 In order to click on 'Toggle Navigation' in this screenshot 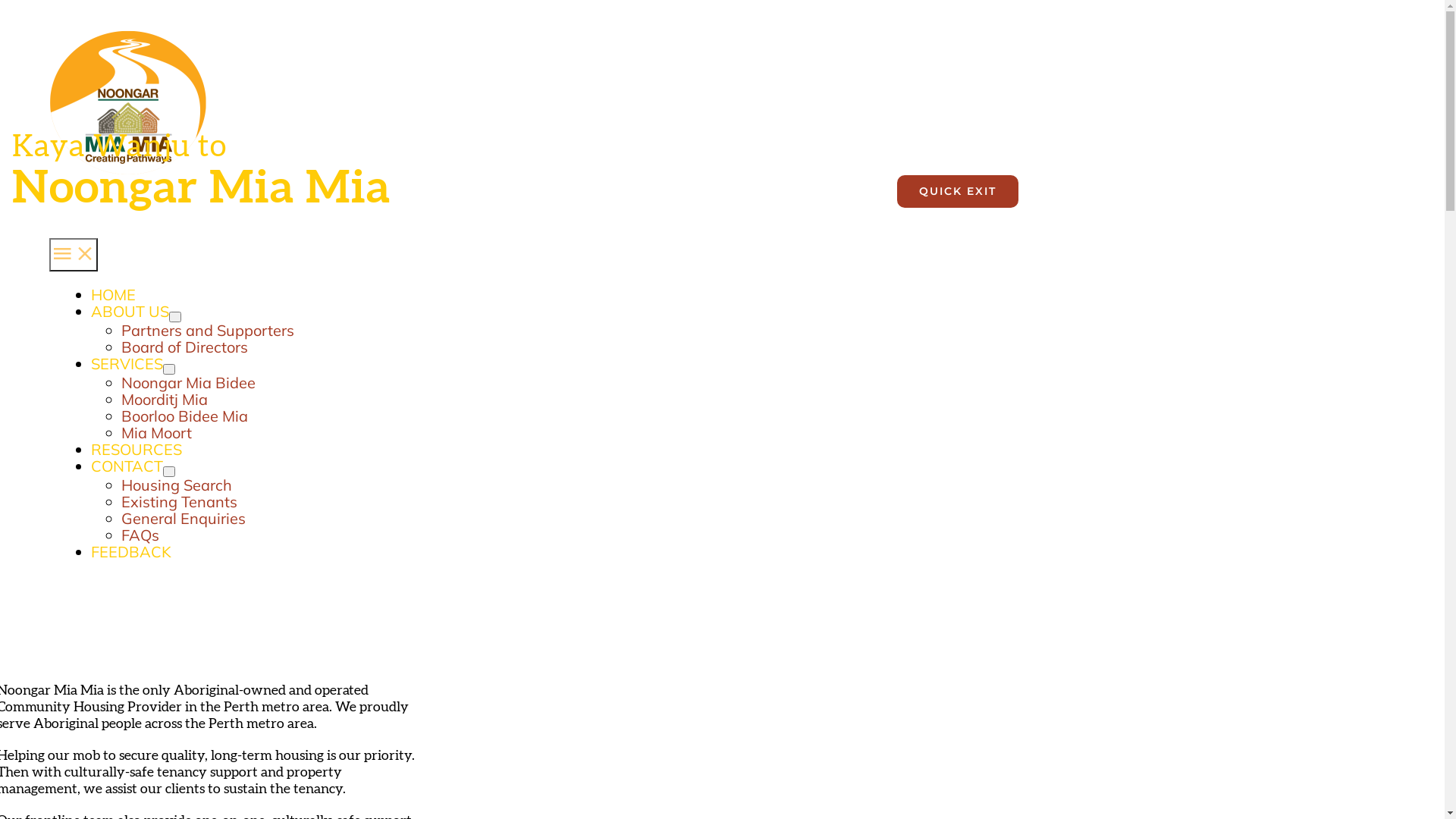, I will do `click(49, 253)`.